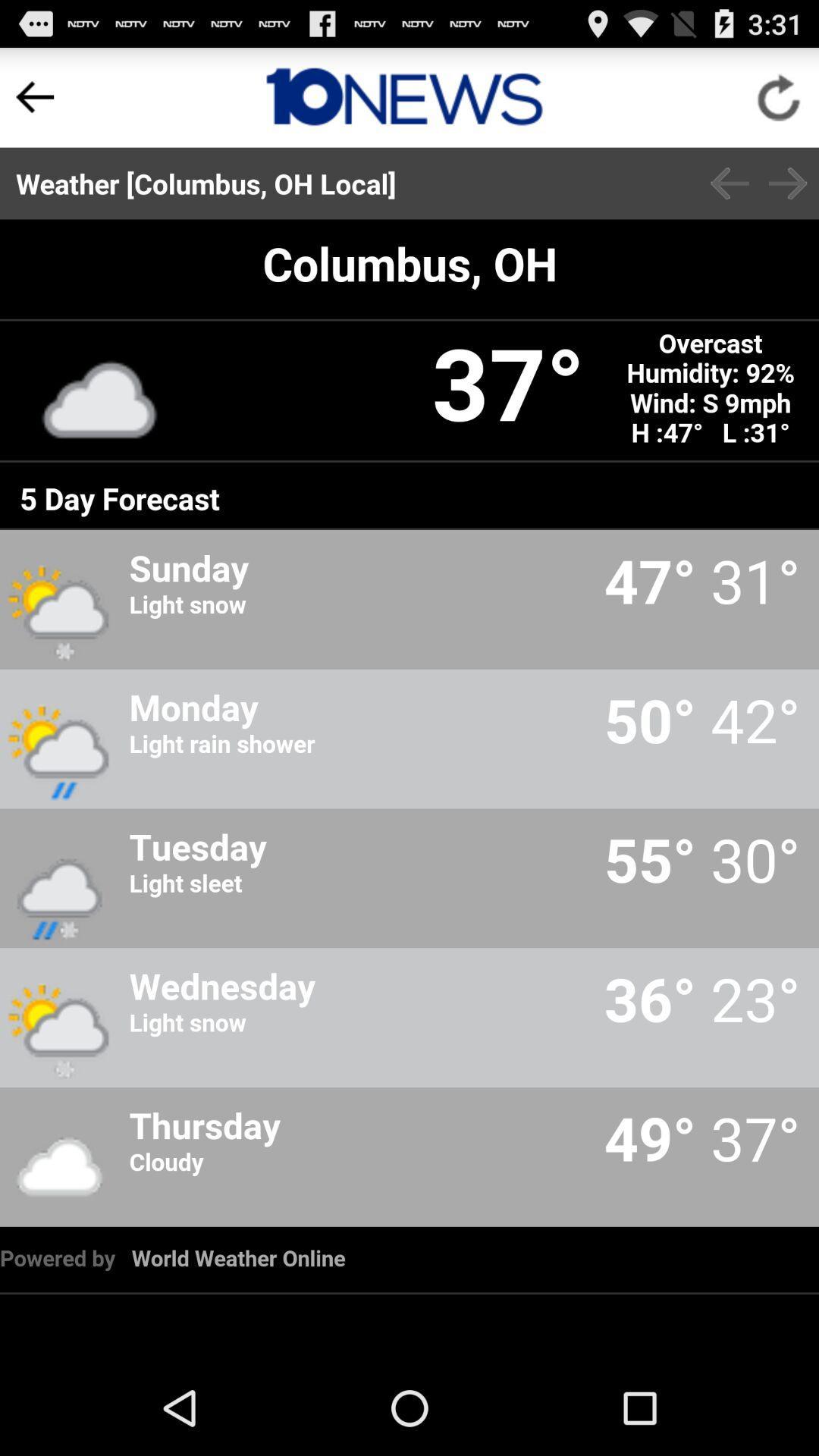  I want to click on to go forward page, so click(787, 183).